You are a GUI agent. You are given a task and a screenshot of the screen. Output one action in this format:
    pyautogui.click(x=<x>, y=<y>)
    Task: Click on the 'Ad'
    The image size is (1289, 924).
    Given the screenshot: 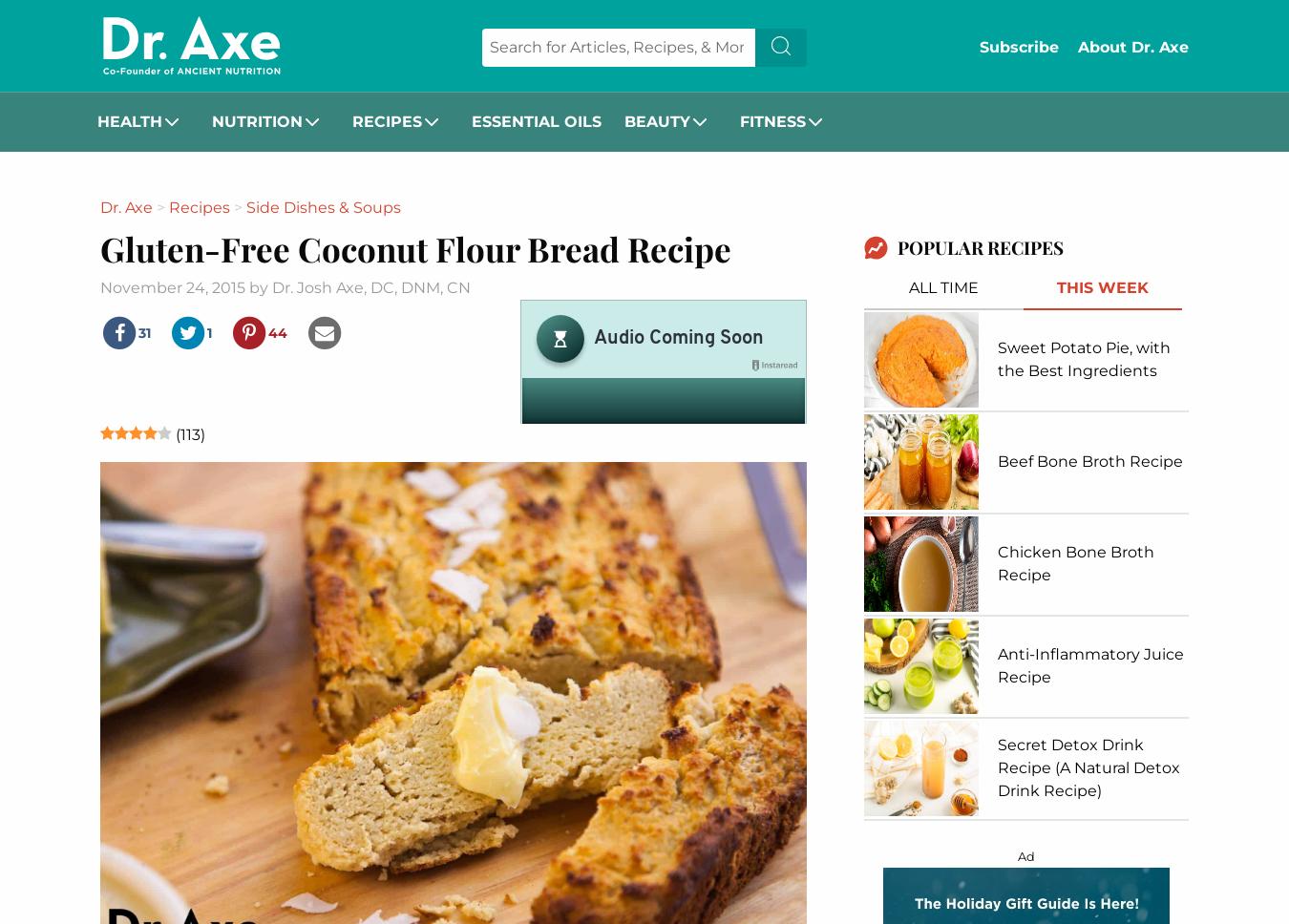 What is the action you would take?
    pyautogui.click(x=1026, y=855)
    